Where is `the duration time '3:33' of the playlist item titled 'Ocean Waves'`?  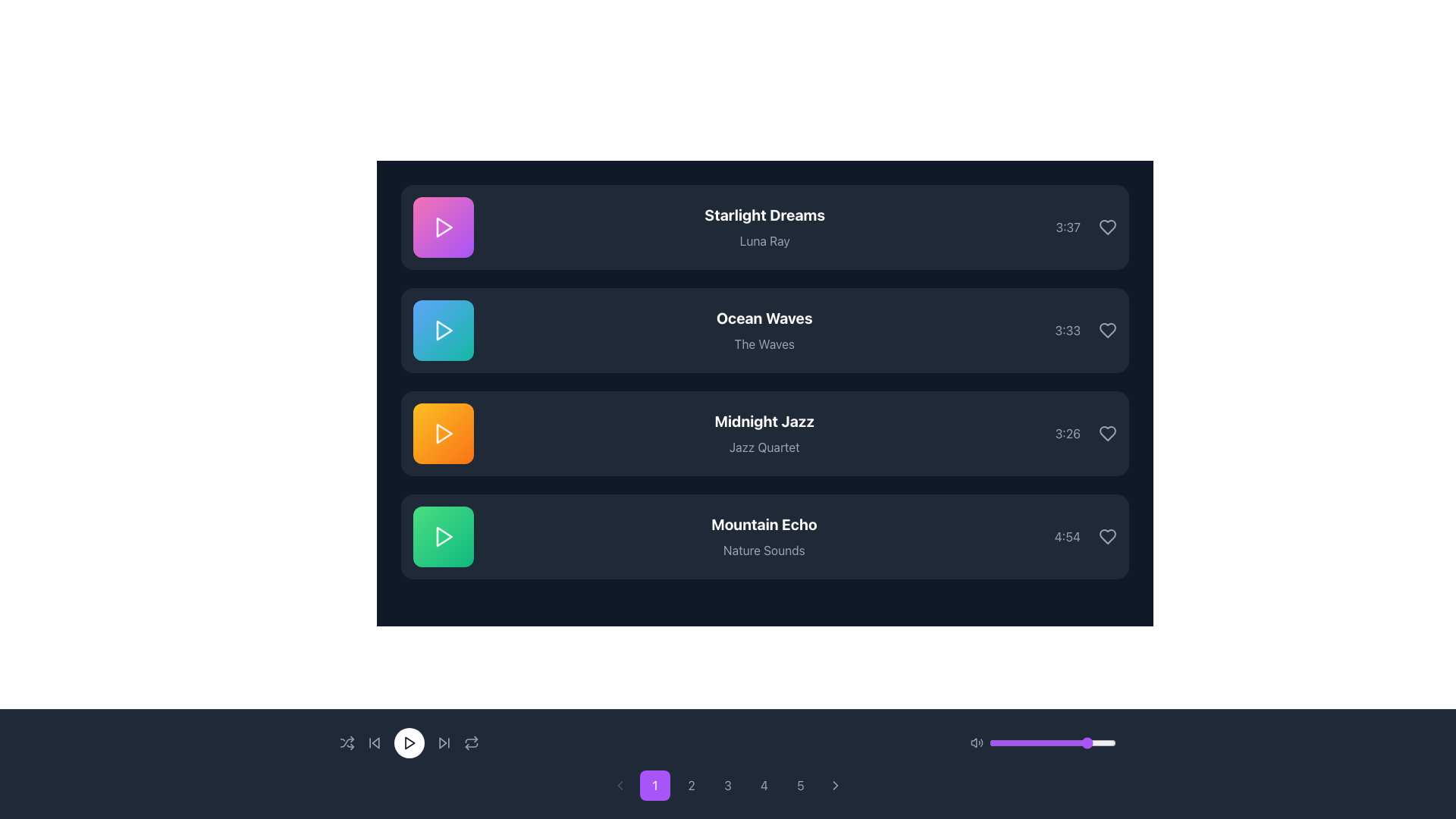 the duration time '3:33' of the playlist item titled 'Ocean Waves' is located at coordinates (764, 329).